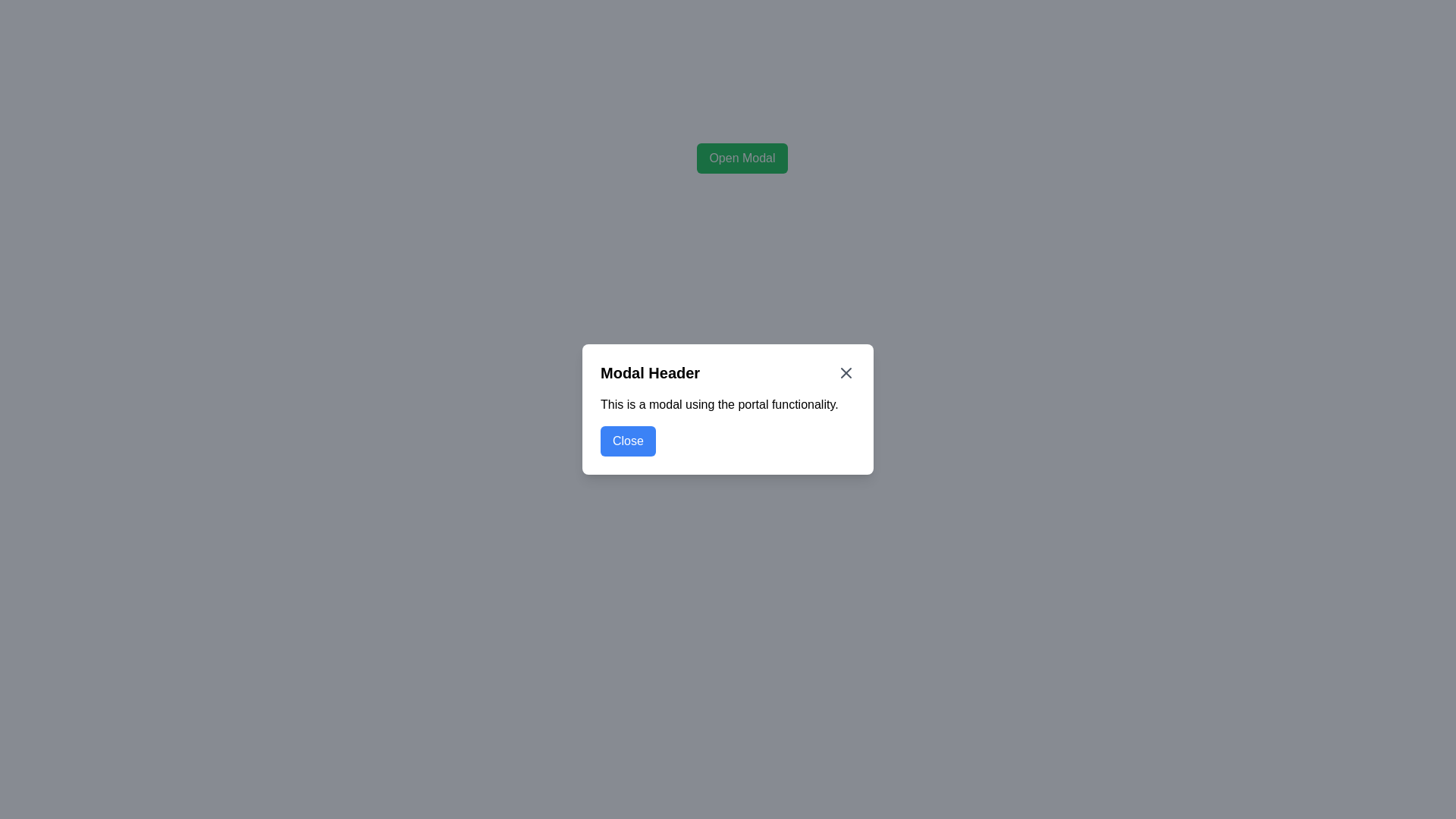 This screenshot has height=819, width=1456. I want to click on the 'Open Modal' button, which is a green rectangular button with rounded corners and white text, centrally located at the top part of the modal window interface, so click(742, 158).